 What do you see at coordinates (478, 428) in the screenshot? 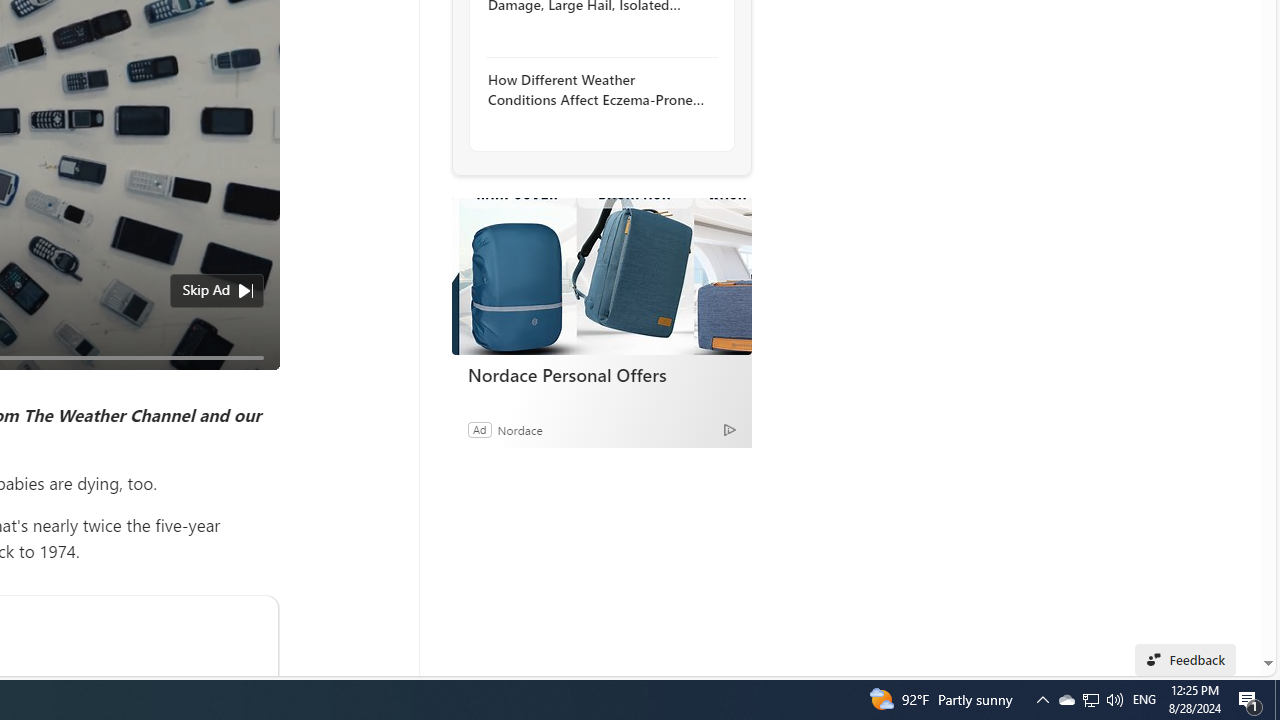
I see `'Ad'` at bounding box center [478, 428].